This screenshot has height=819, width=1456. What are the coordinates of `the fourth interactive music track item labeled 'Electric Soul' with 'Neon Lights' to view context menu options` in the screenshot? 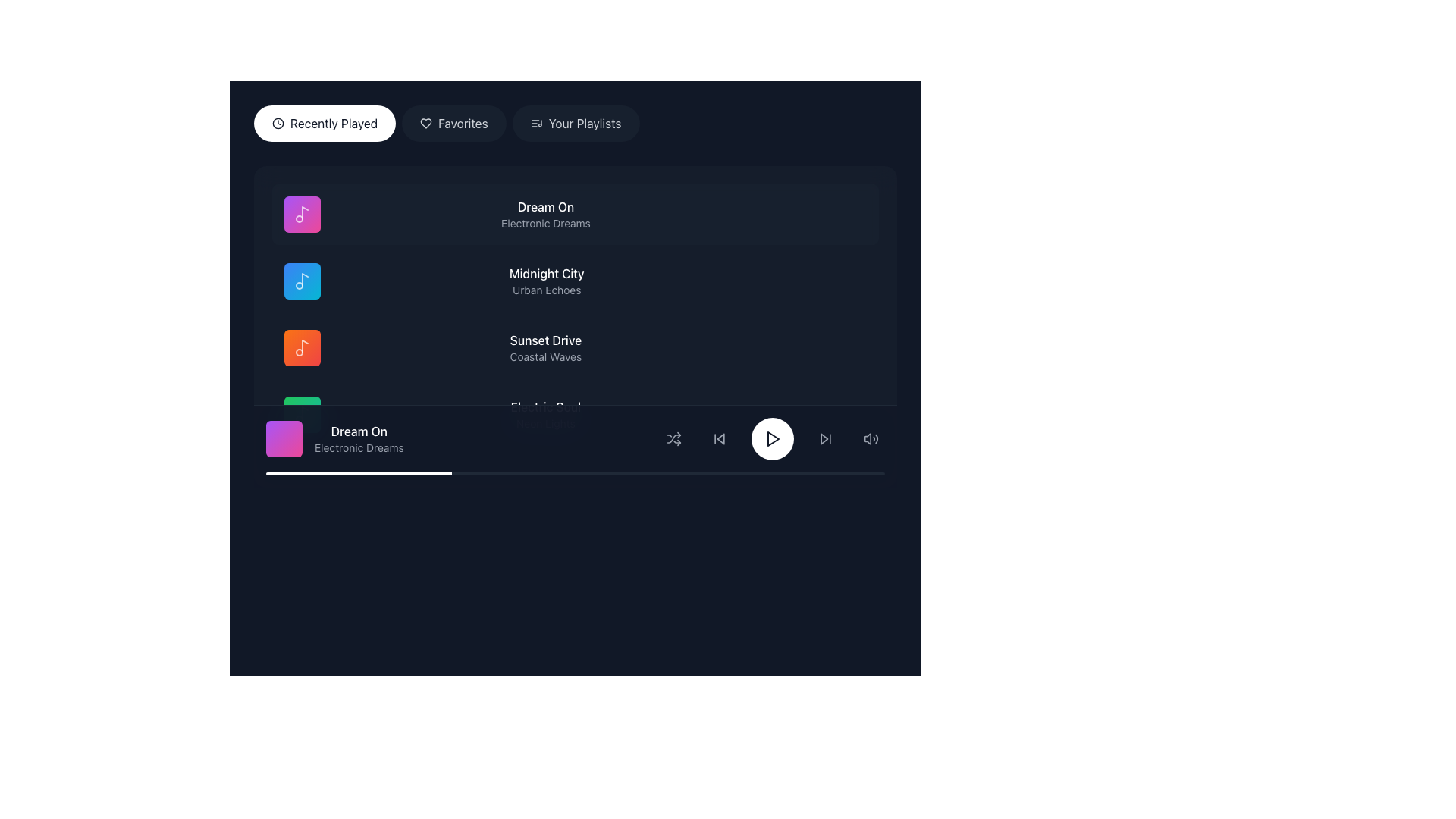 It's located at (574, 415).